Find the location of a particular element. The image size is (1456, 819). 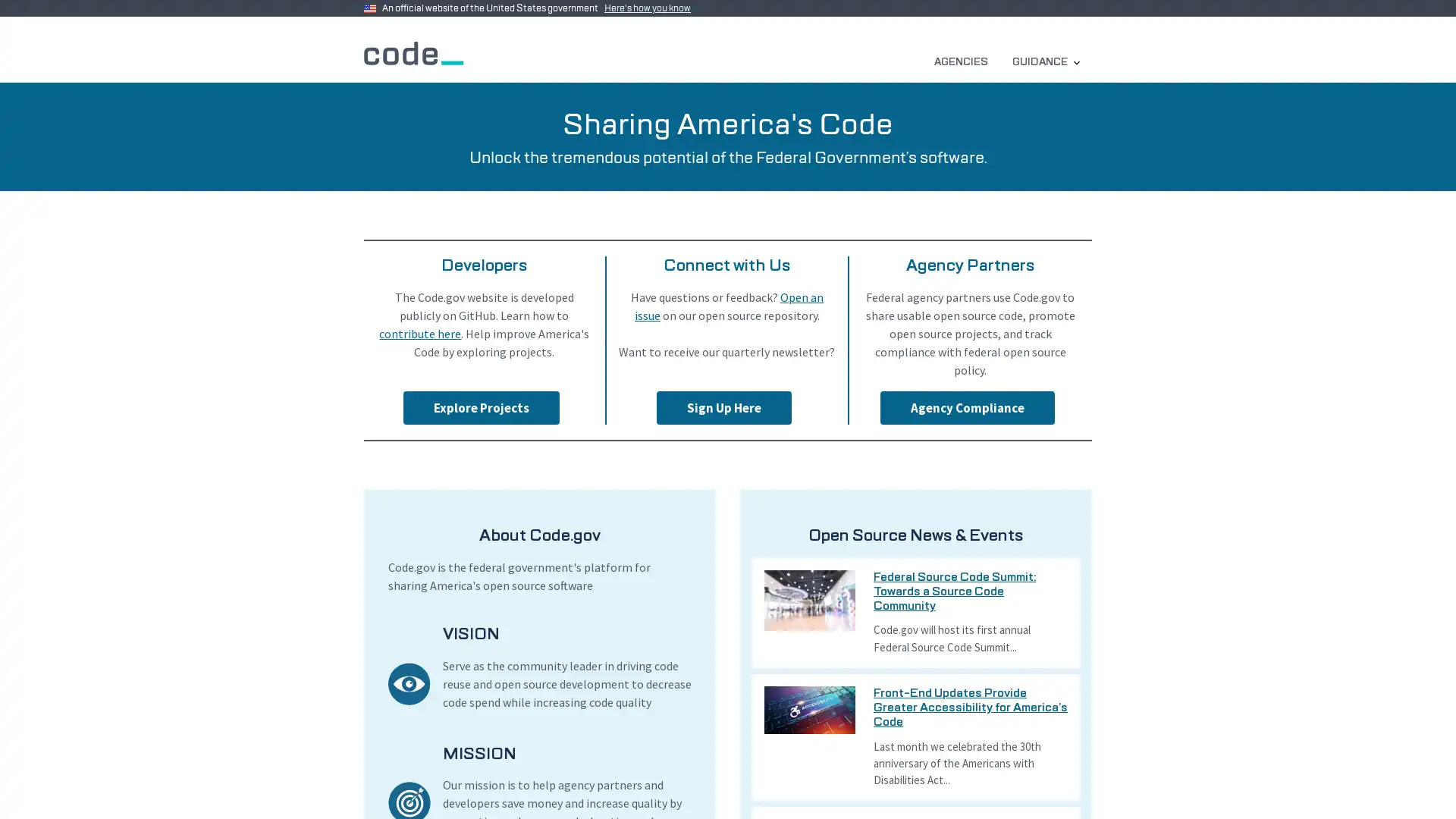

GUIDANCE is located at coordinates (1045, 61).